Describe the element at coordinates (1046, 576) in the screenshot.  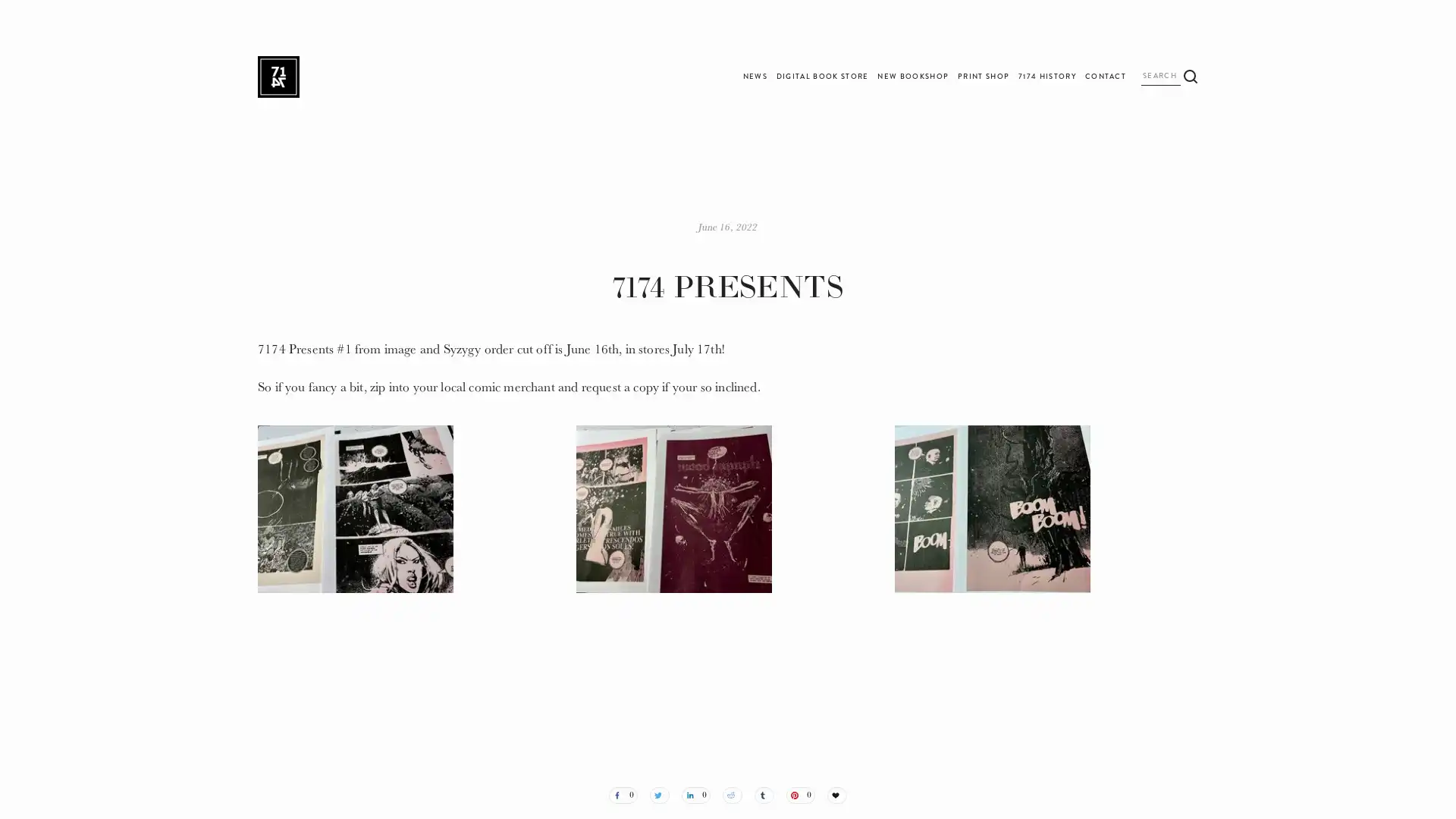
I see `View fullsize IMG_3079.JPG` at that location.